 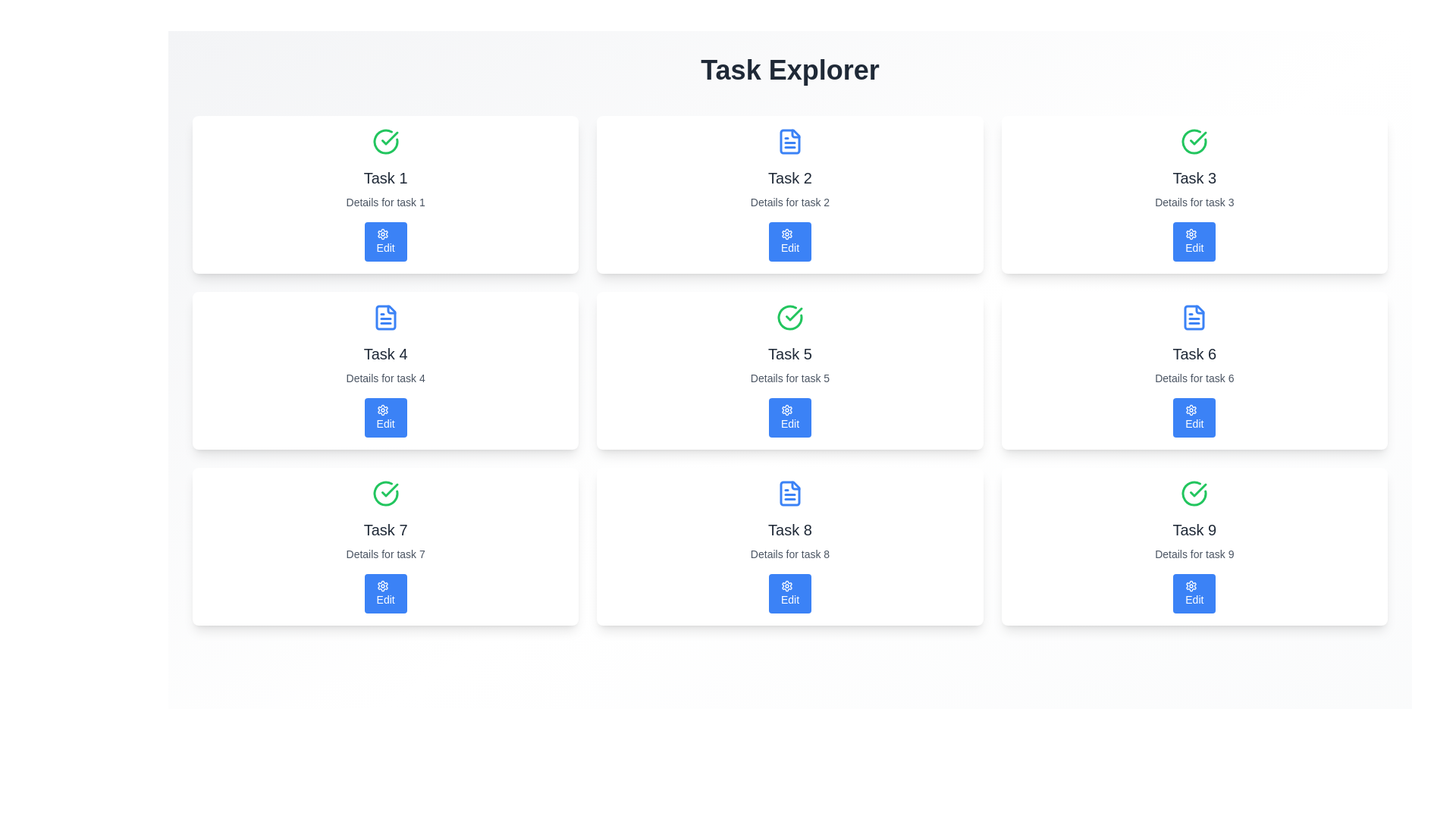 I want to click on the text label reading 'Details for task 7', which is styled with small-sized, gray-colored text and positioned below the heading 'Task 7' within the seventh card of a 3x3 grid layout, so click(x=385, y=554).